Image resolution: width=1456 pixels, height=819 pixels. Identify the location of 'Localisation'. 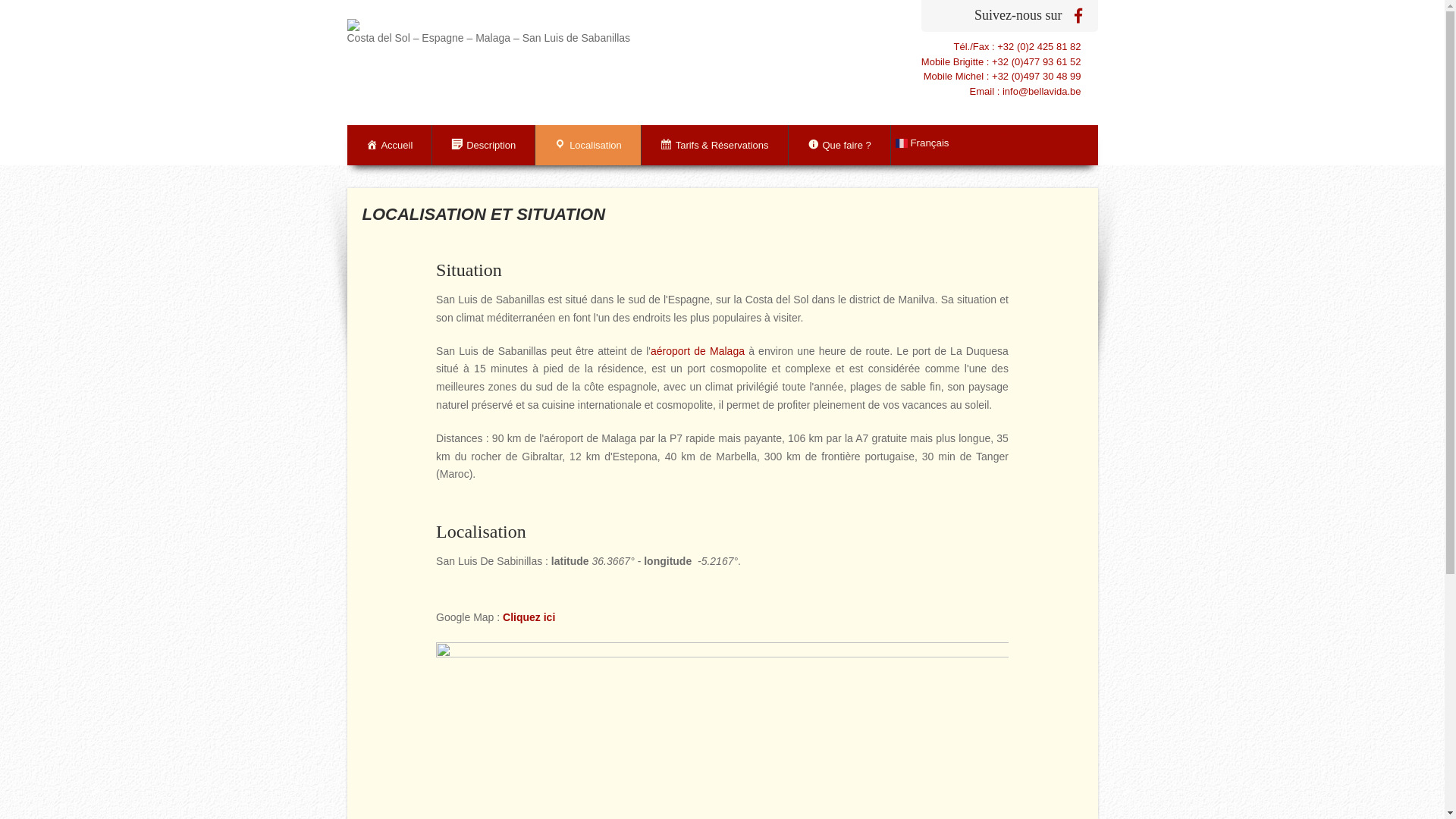
(535, 145).